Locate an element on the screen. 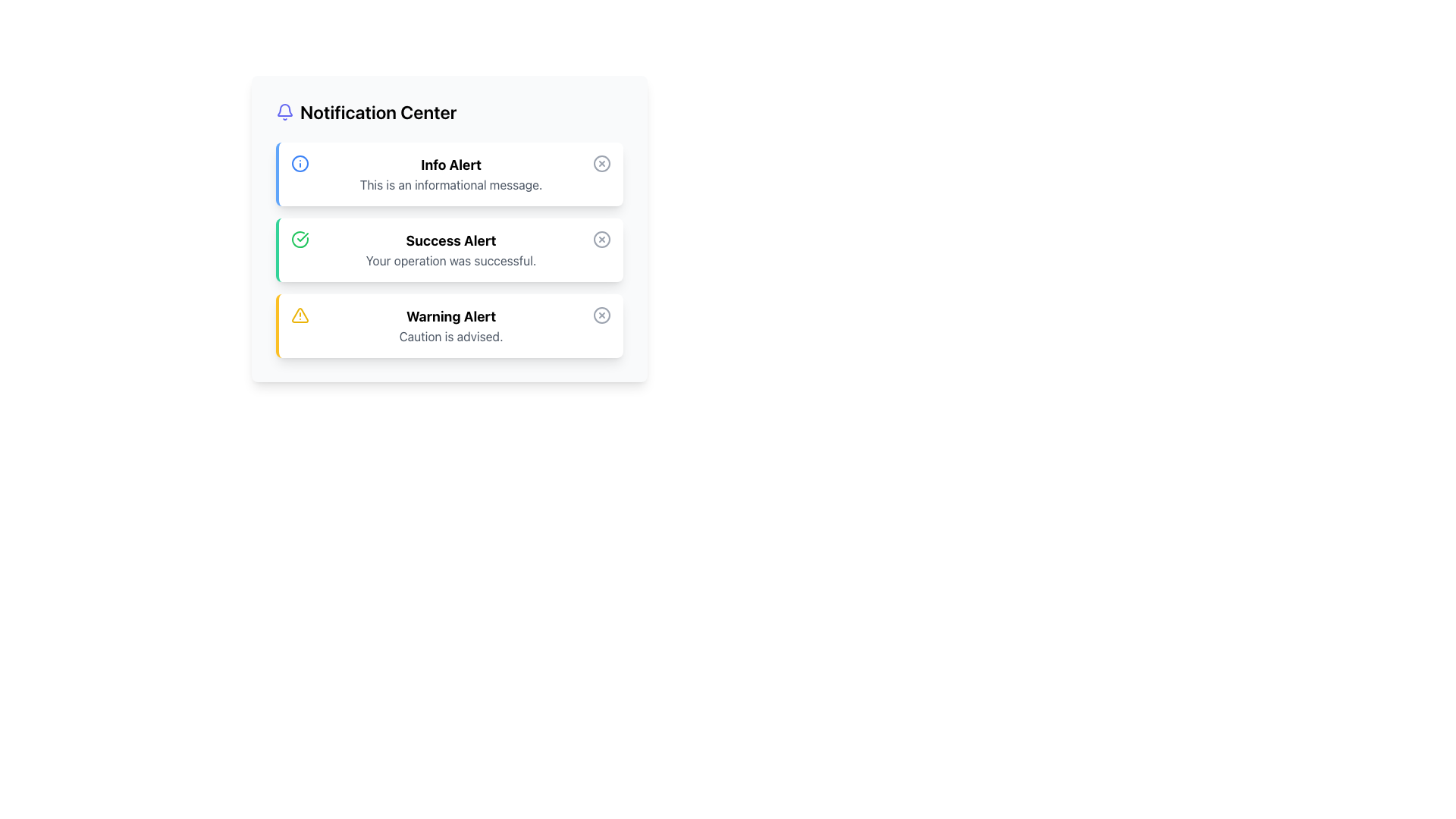  the triangular warning icon with a yellow border and exclamation mark, located to the left of the 'Warning Alert' notification row is located at coordinates (300, 315).